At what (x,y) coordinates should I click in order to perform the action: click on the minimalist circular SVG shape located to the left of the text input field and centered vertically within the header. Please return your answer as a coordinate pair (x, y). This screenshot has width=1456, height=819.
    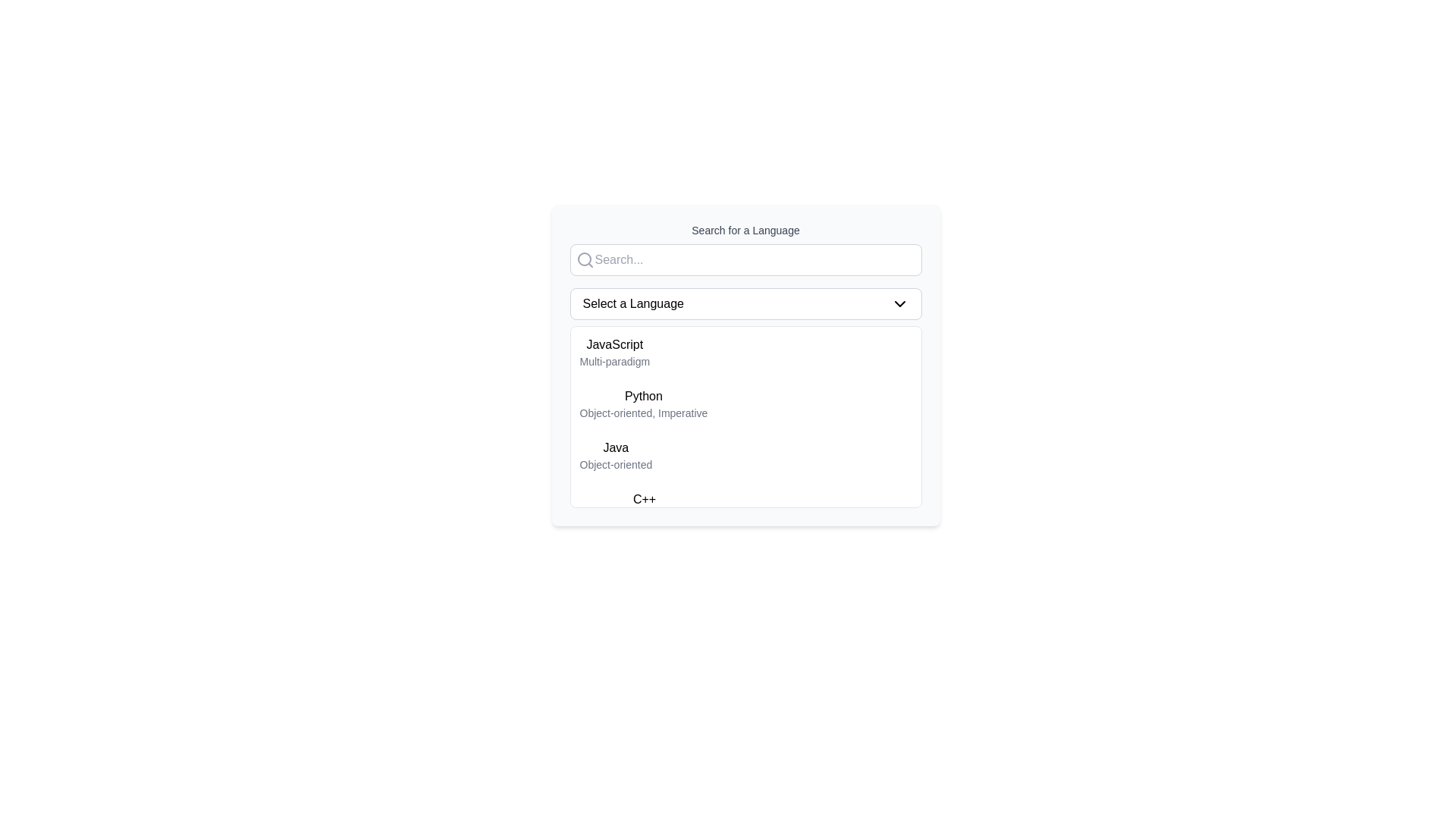
    Looking at the image, I should click on (583, 259).